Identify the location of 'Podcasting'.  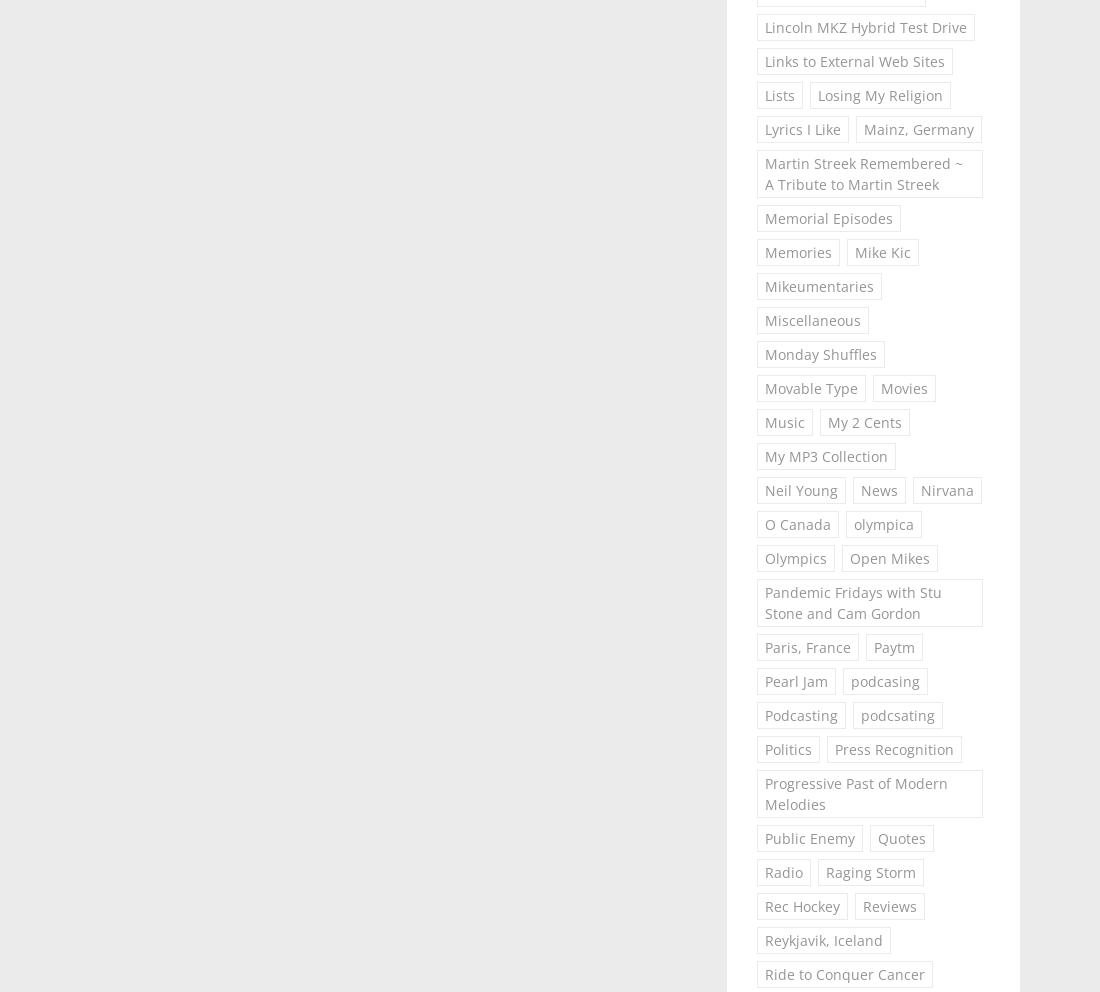
(763, 715).